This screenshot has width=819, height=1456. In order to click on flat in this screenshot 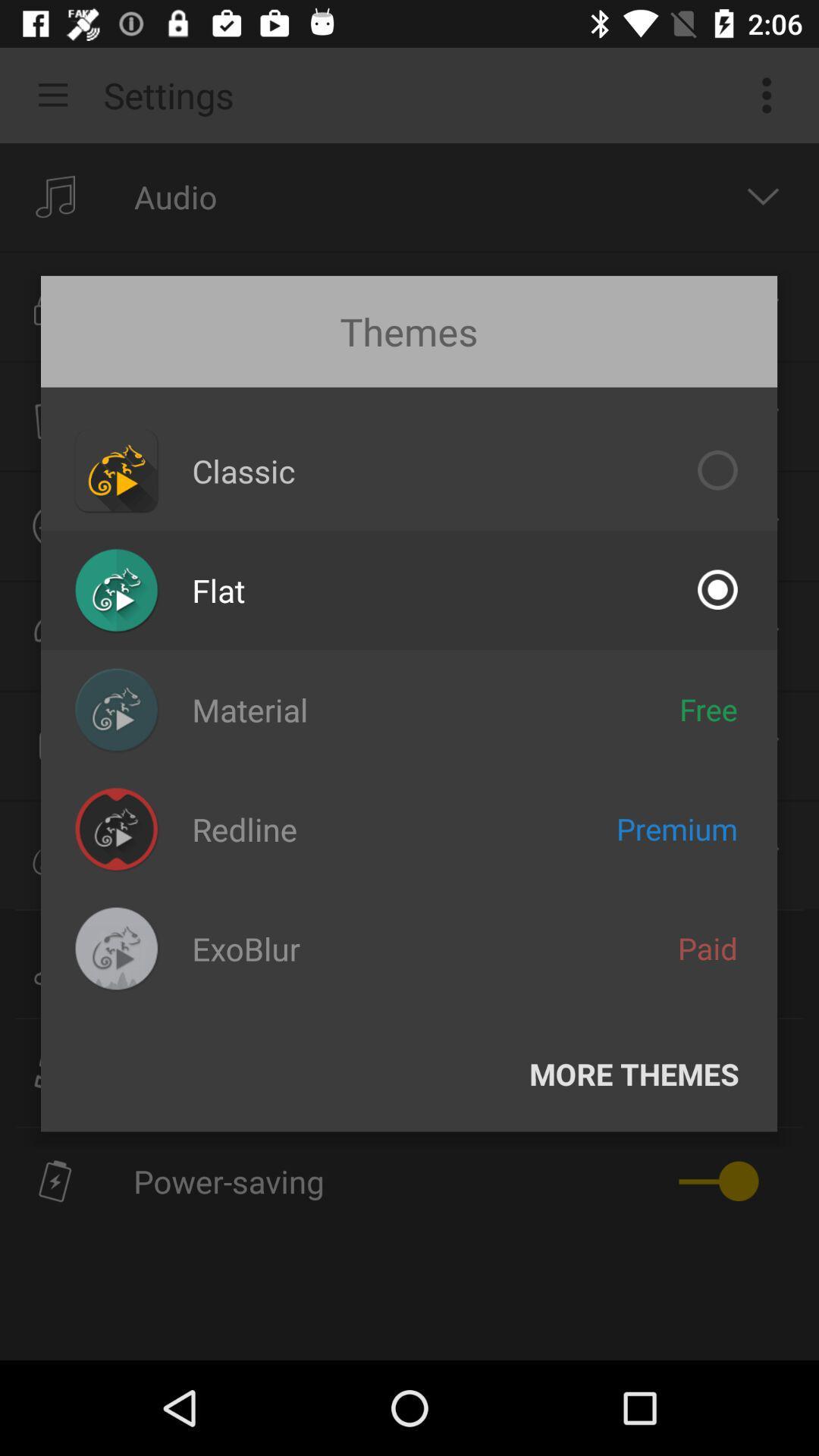, I will do `click(218, 589)`.